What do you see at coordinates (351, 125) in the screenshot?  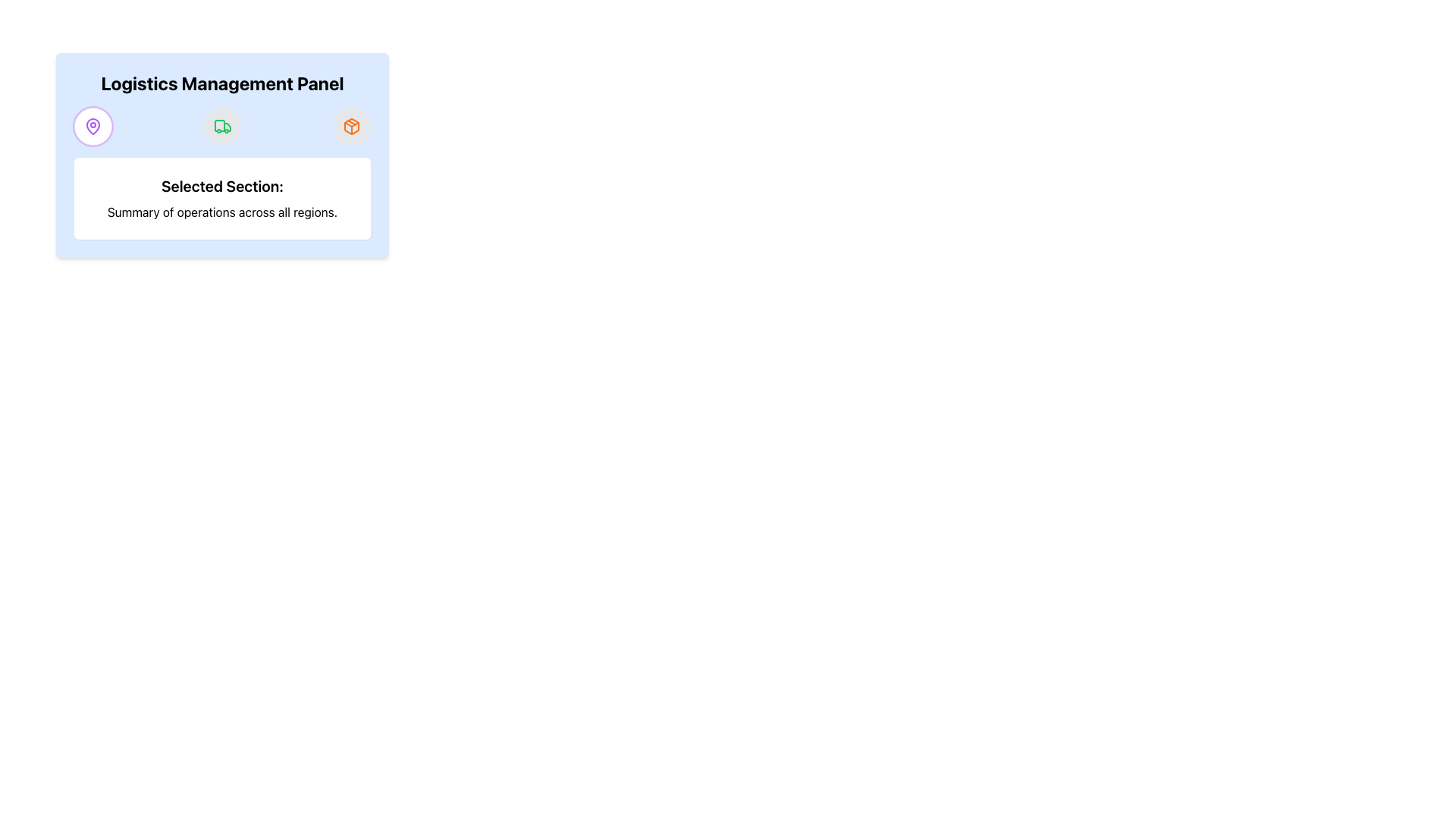 I see `the third icon button in the top-right corner of the 'Logistics Management Panel'` at bounding box center [351, 125].